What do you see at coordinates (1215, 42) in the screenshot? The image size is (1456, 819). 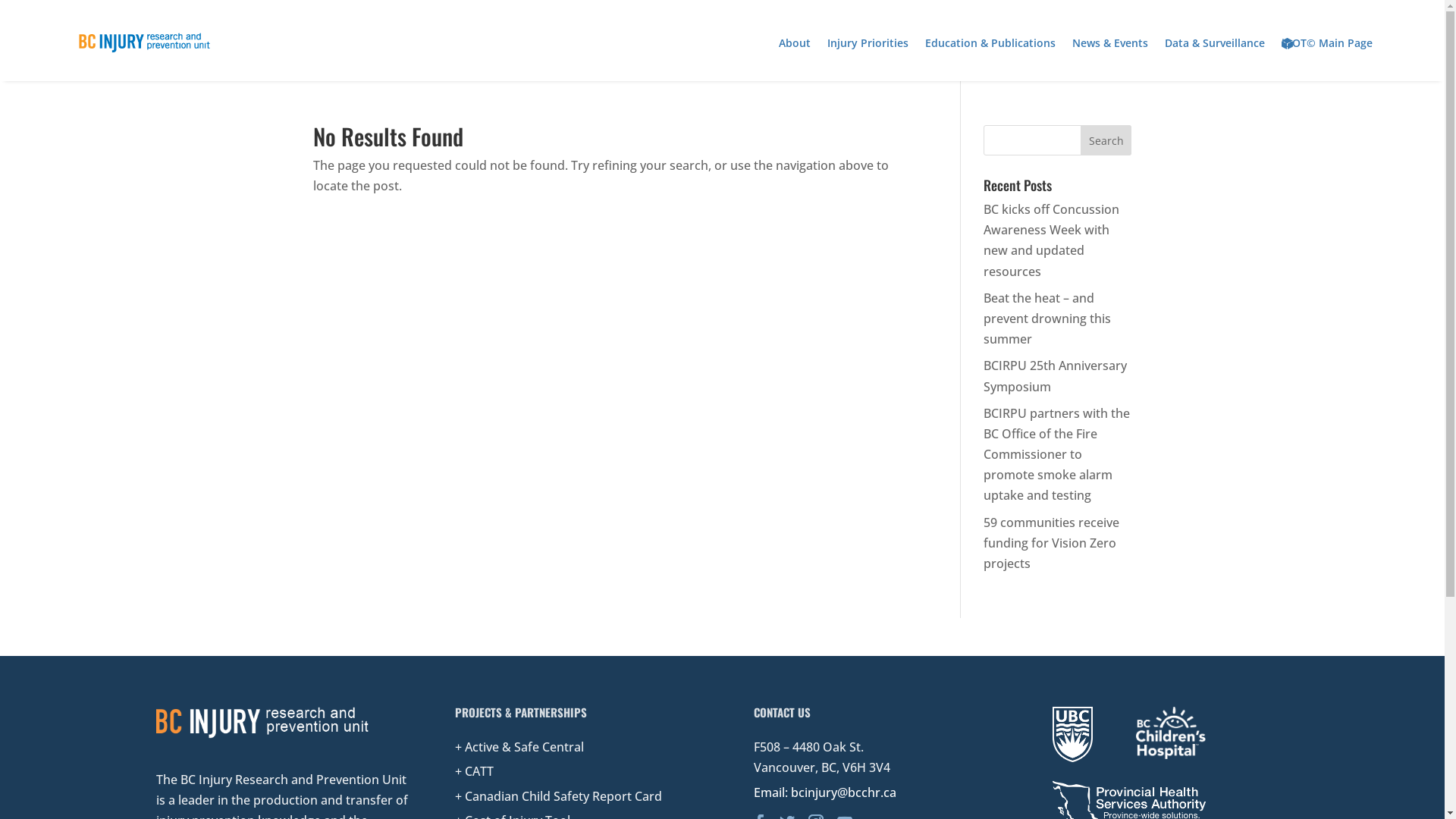 I see `'Data & Surveillance'` at bounding box center [1215, 42].